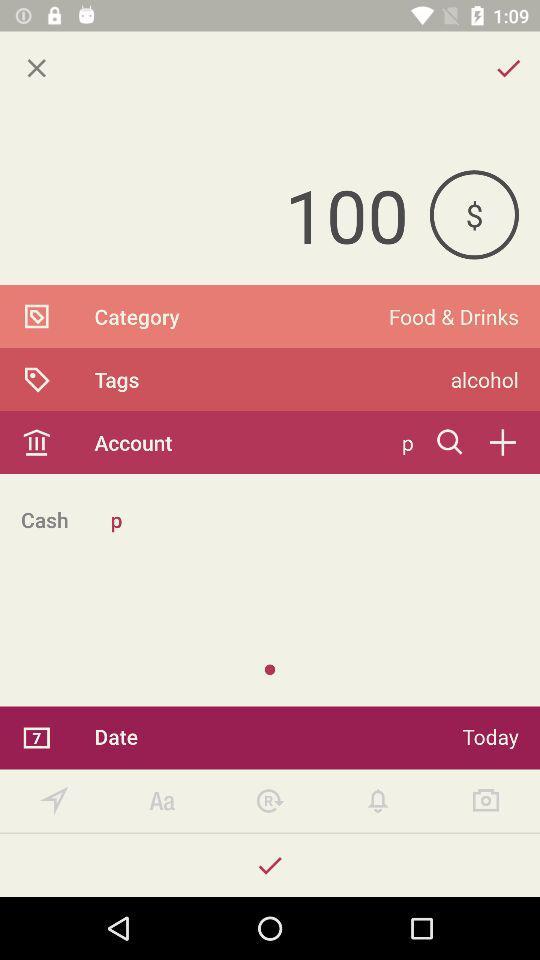 The image size is (540, 960). I want to click on bank account, so click(501, 442).